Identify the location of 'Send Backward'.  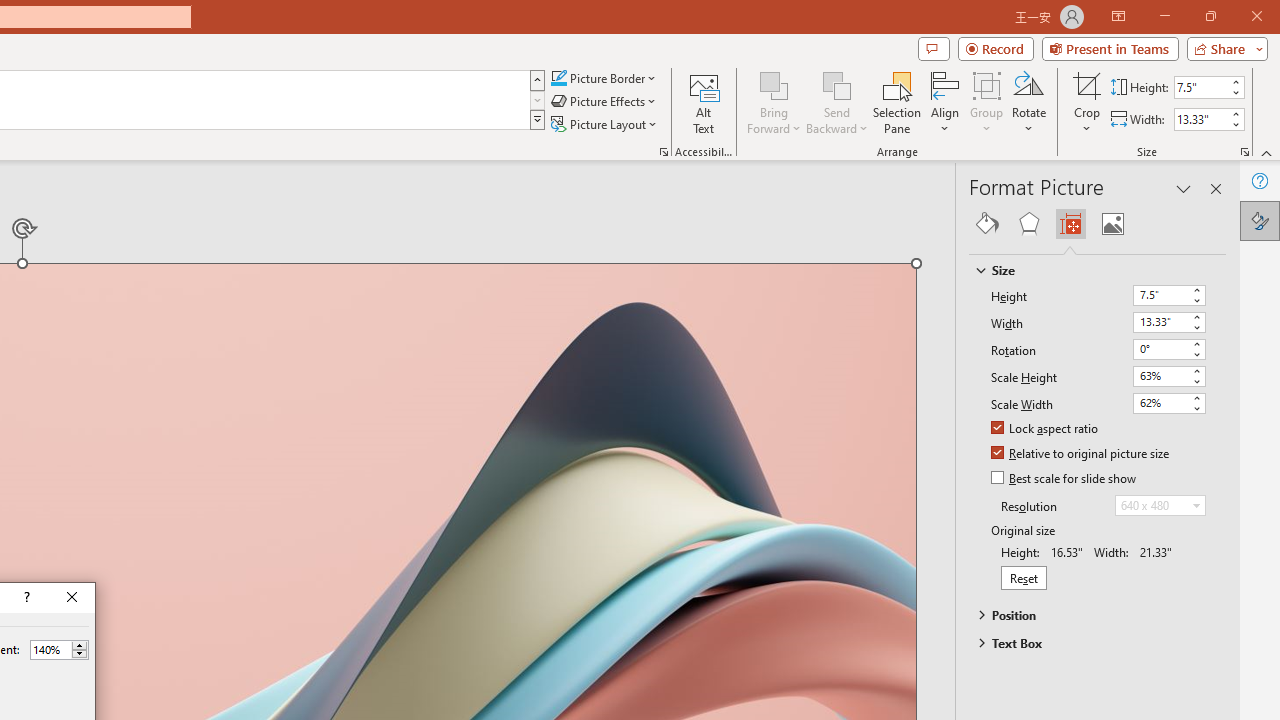
(837, 84).